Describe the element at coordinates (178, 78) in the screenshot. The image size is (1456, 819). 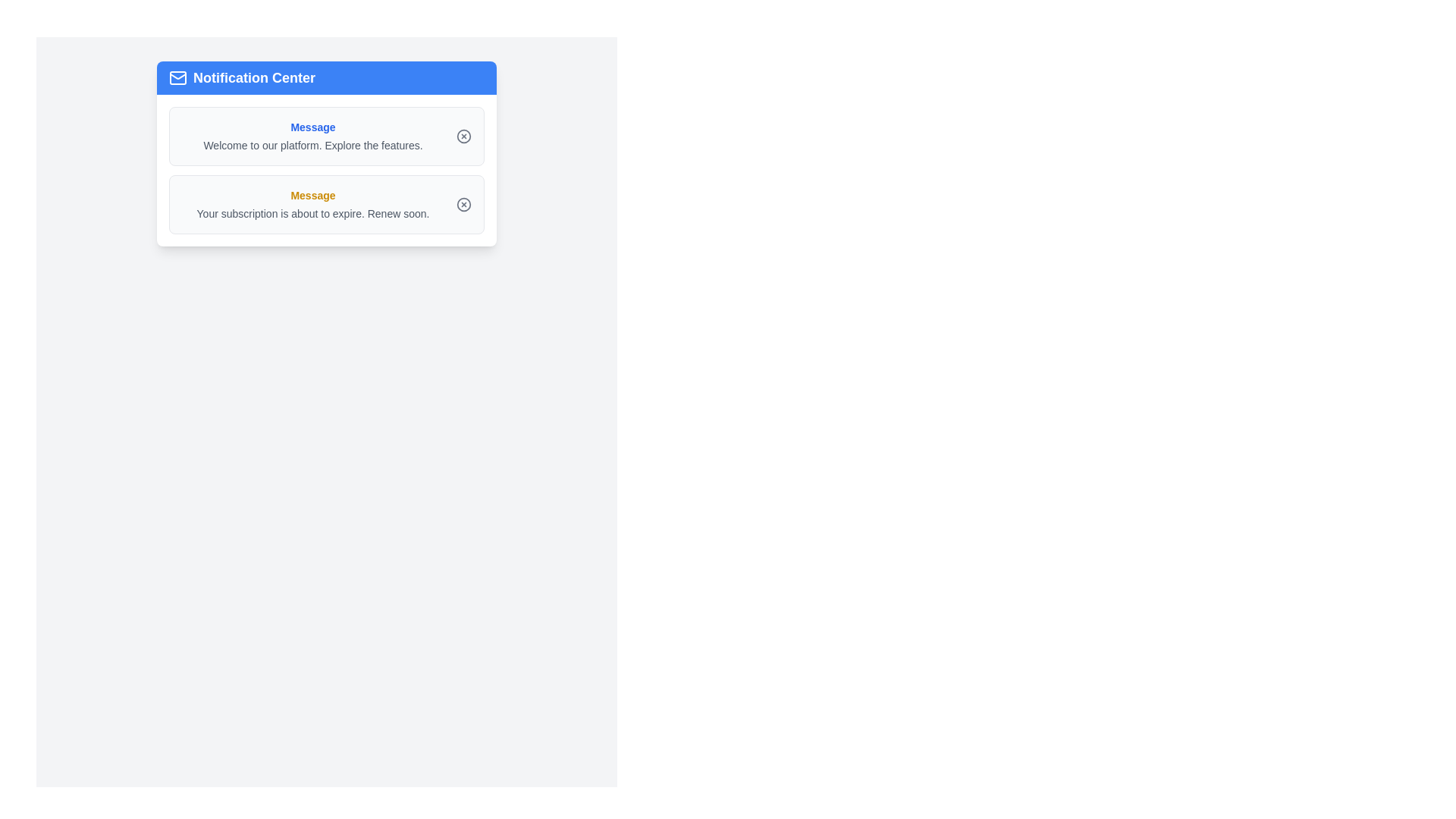
I see `the notification icon located at the top left corner of the 'Notification Center' header bar, which appears before the text 'Notification Center'` at that location.